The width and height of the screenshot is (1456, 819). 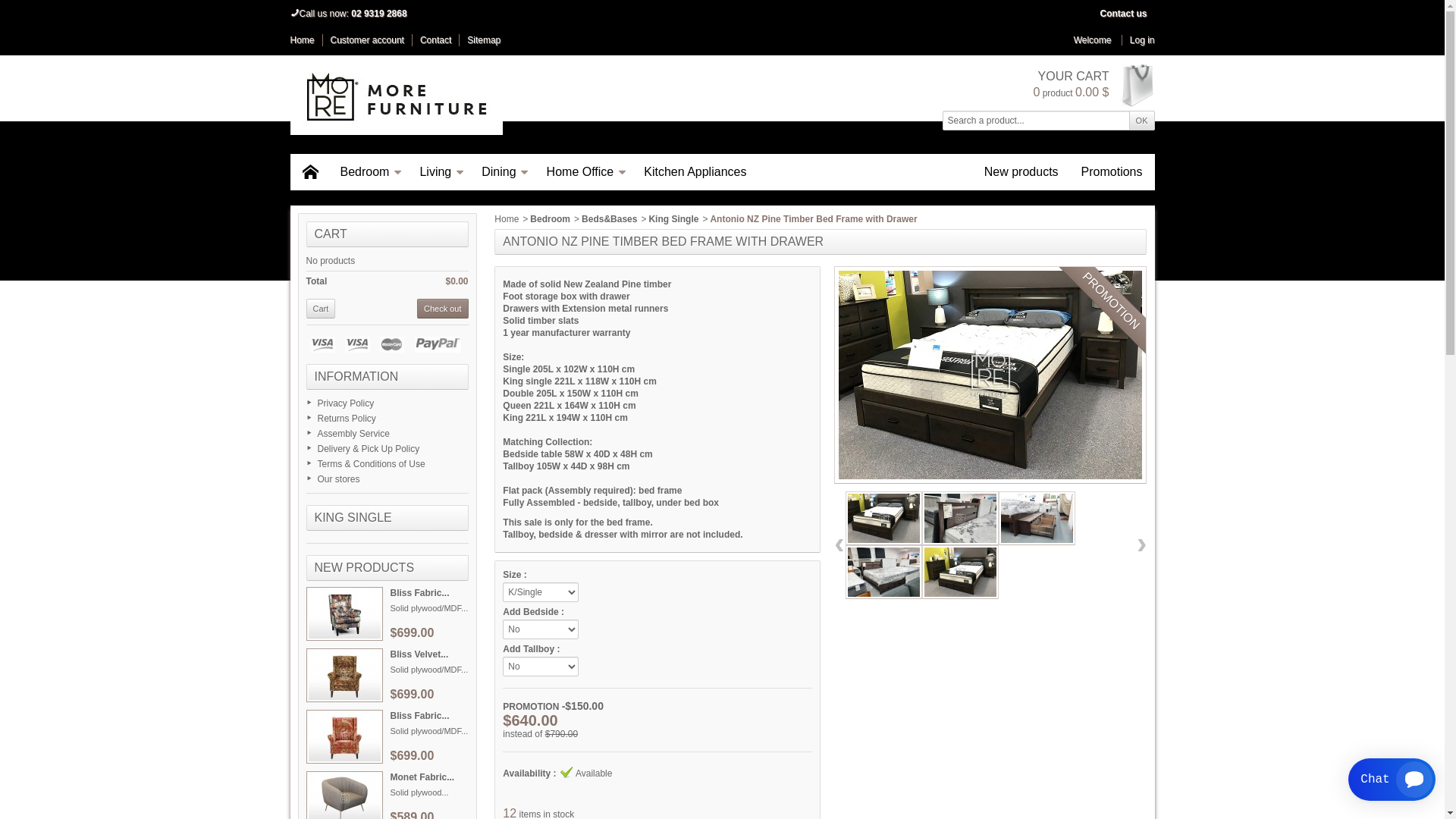 I want to click on 'More Furniture Pty Ltd', so click(x=396, y=96).